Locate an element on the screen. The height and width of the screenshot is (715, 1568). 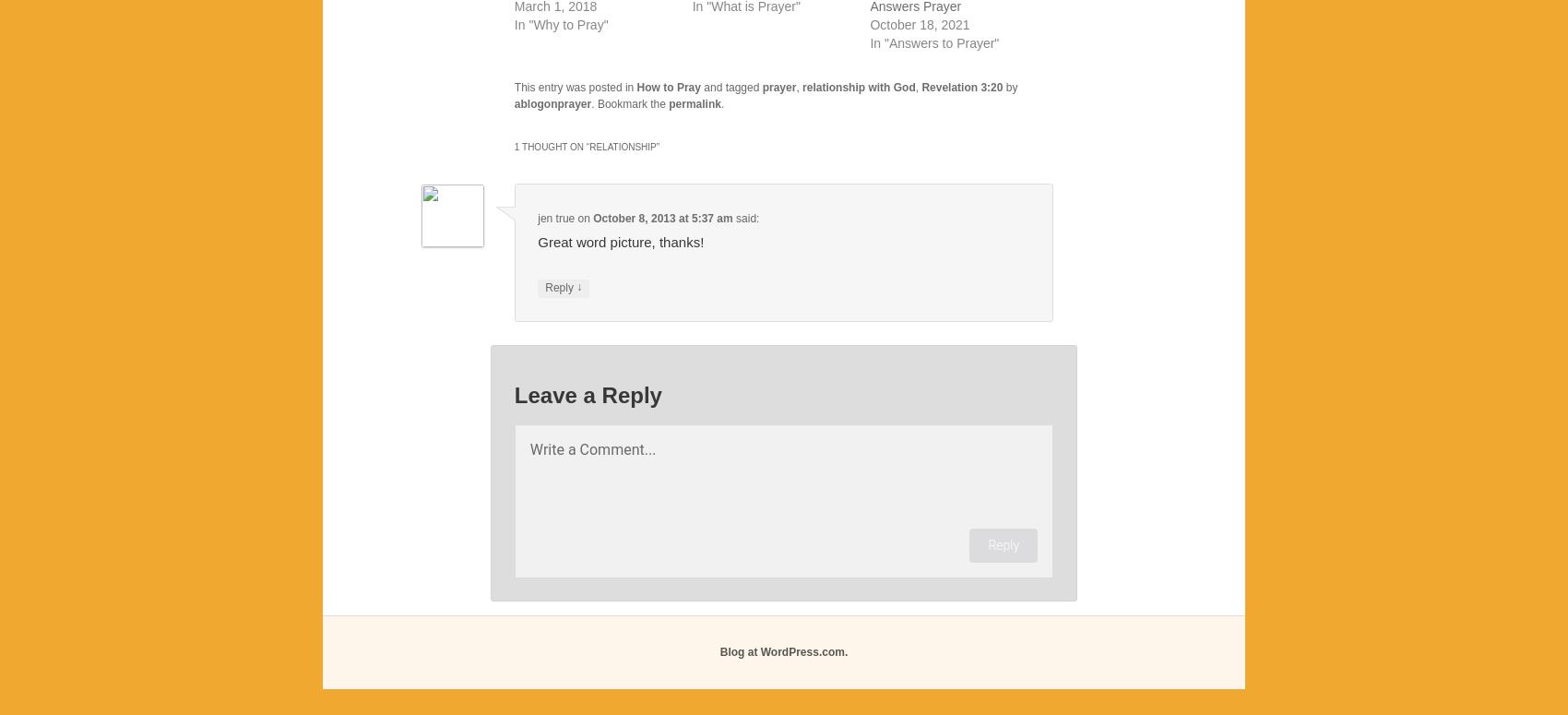
'jen true' is located at coordinates (536, 217).